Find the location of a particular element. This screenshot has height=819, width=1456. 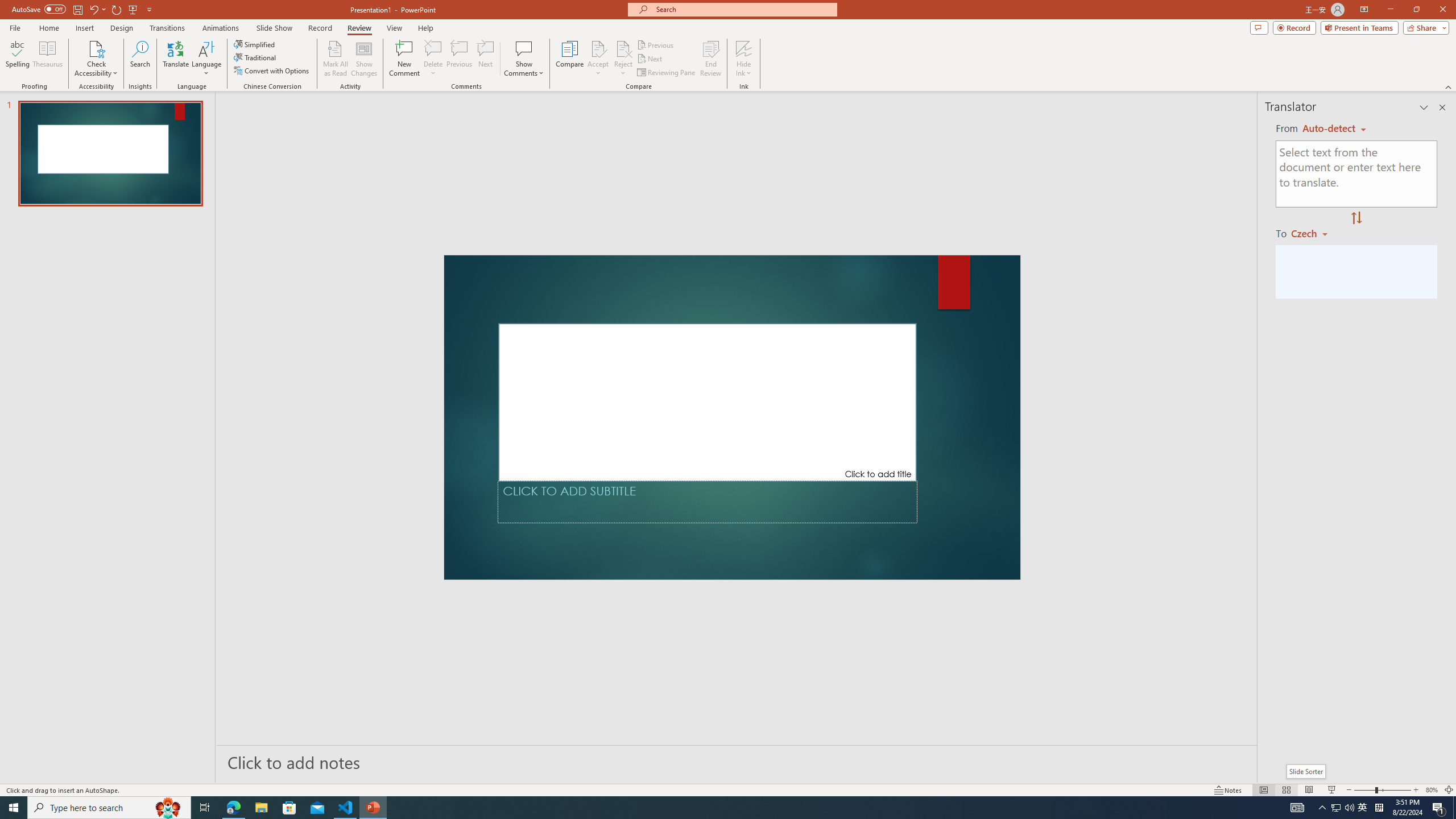

'Hide Ink' is located at coordinates (744, 48).